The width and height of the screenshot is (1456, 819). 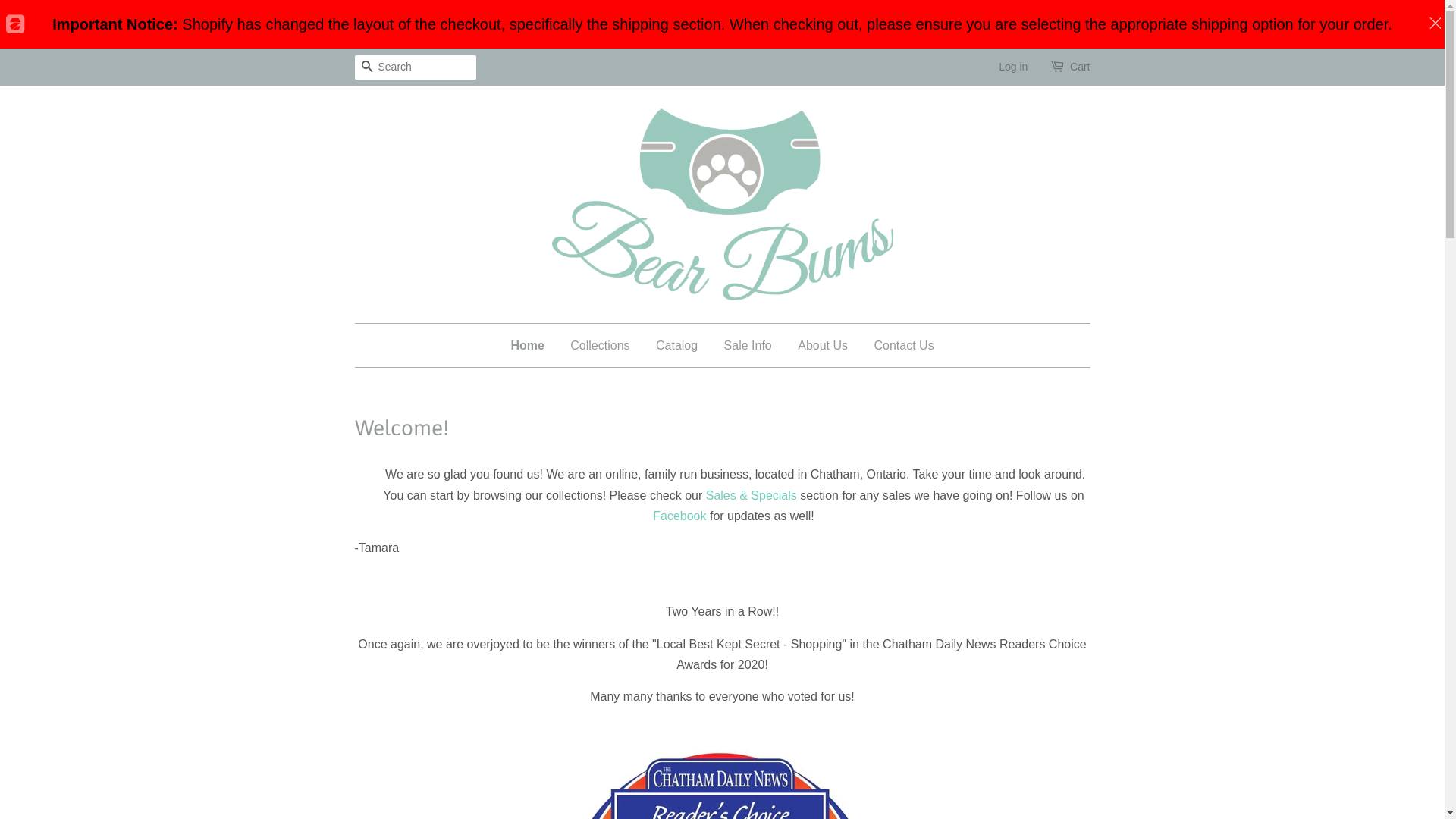 I want to click on 'Cart', so click(x=1079, y=66).